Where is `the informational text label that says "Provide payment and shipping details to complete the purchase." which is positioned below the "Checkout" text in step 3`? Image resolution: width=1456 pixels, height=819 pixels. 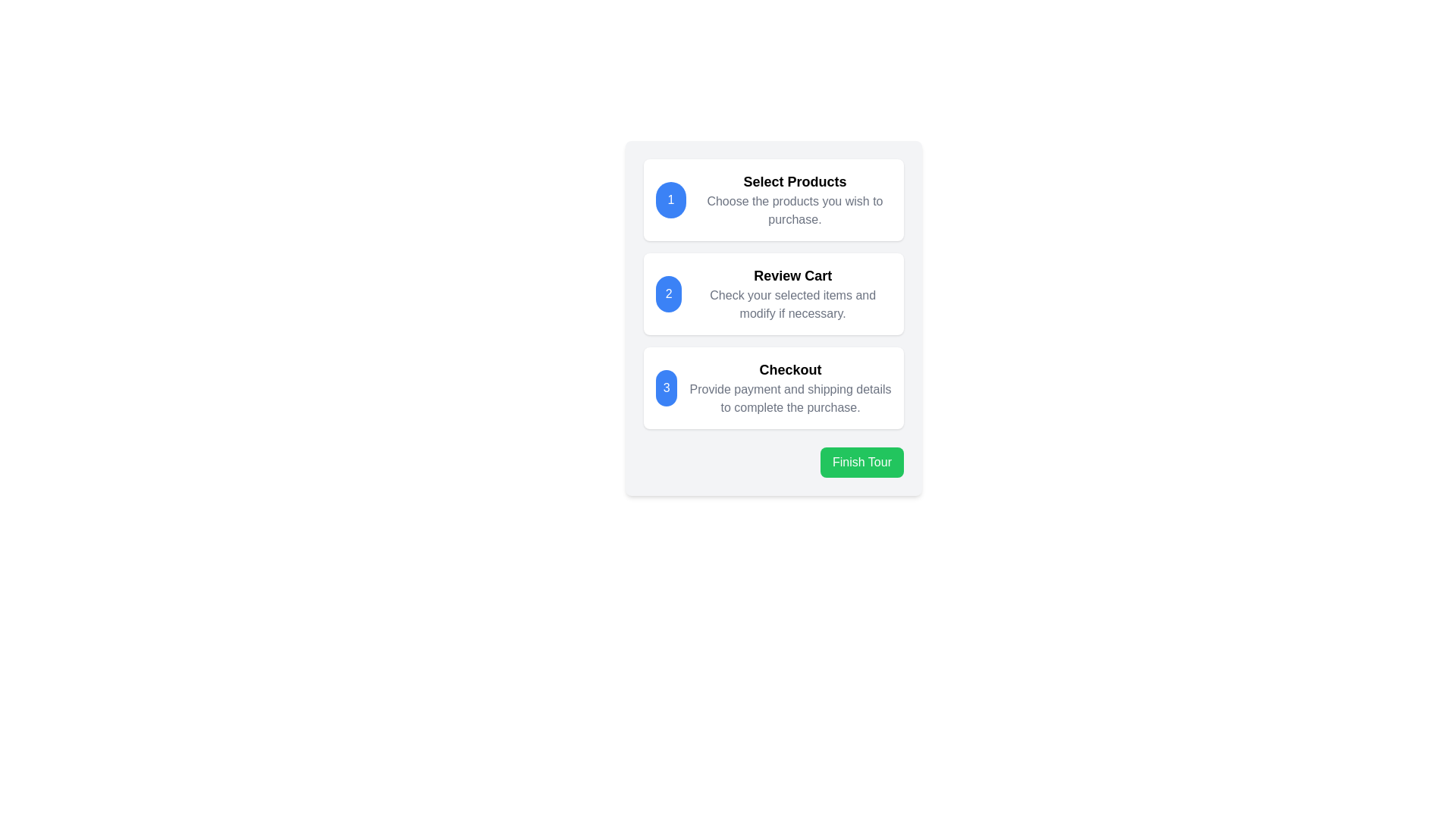 the informational text label that says "Provide payment and shipping details to complete the purchase." which is positioned below the "Checkout" text in step 3 is located at coordinates (789, 397).